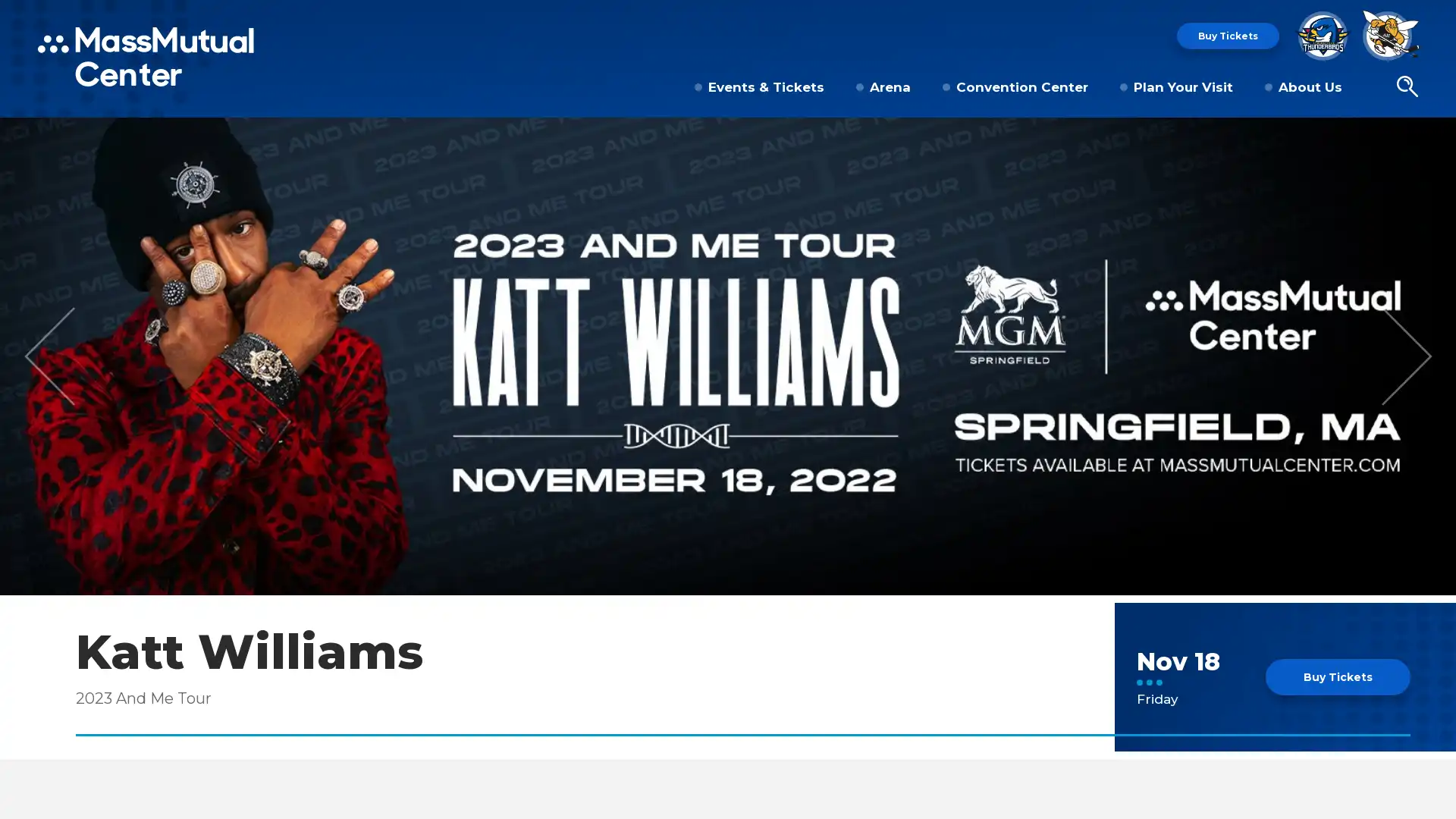 The image size is (1456, 819). I want to click on Pause Slideshow, so click(1436, 138).